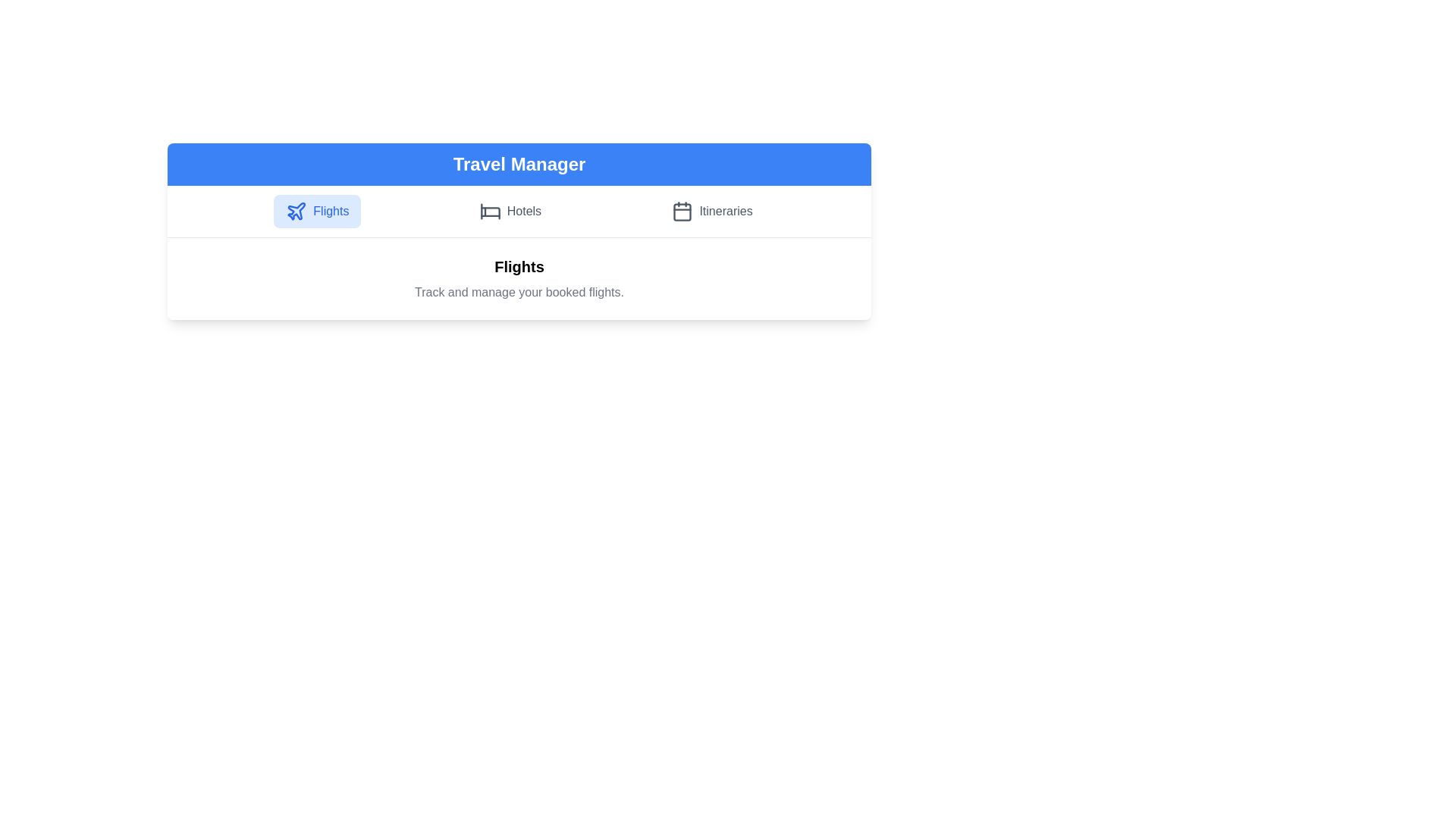 This screenshot has width=1456, height=819. Describe the element at coordinates (316, 211) in the screenshot. I see `the Flights tab to view its details` at that location.